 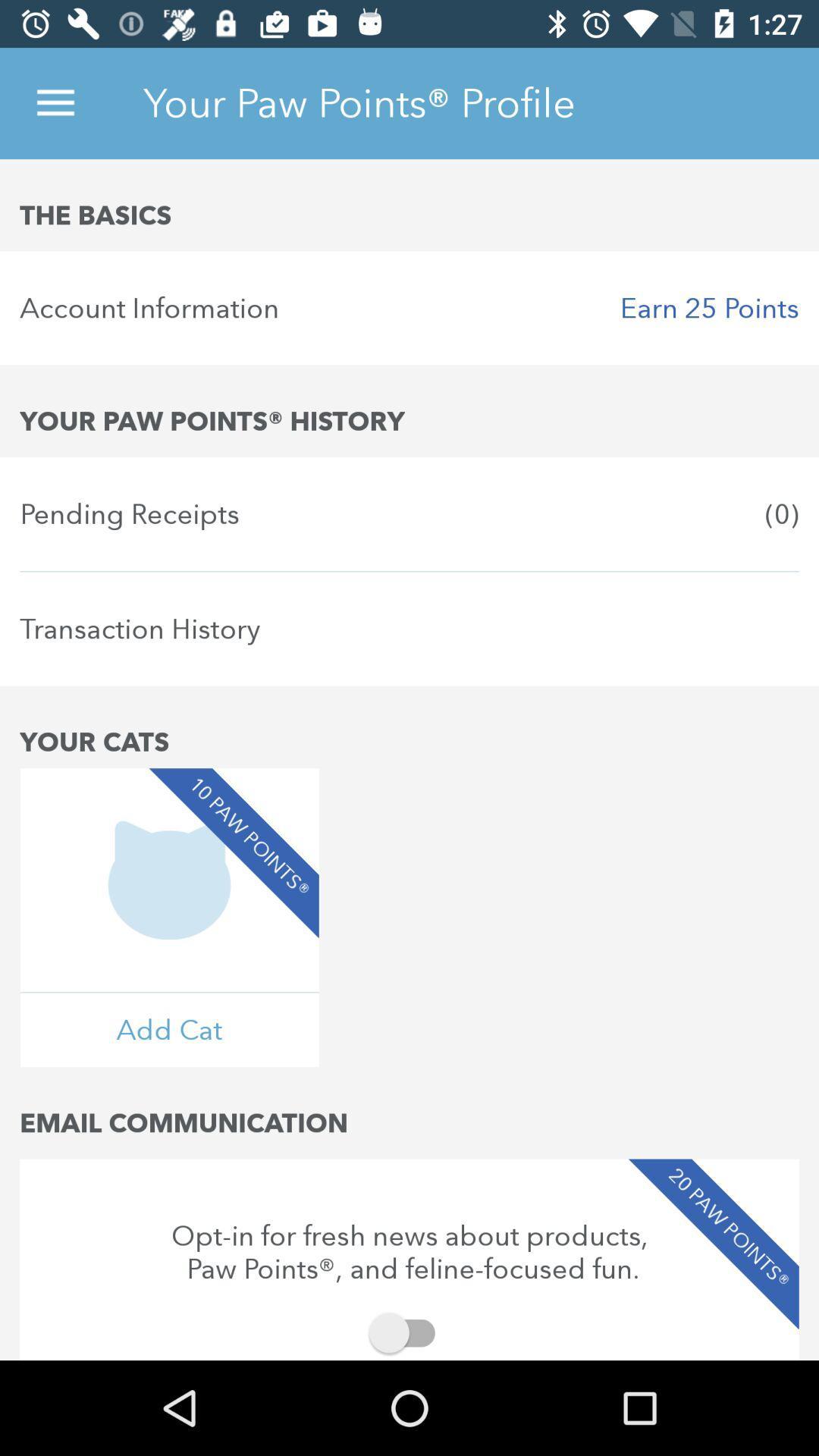 I want to click on the item above the your paw points item, so click(x=409, y=307).